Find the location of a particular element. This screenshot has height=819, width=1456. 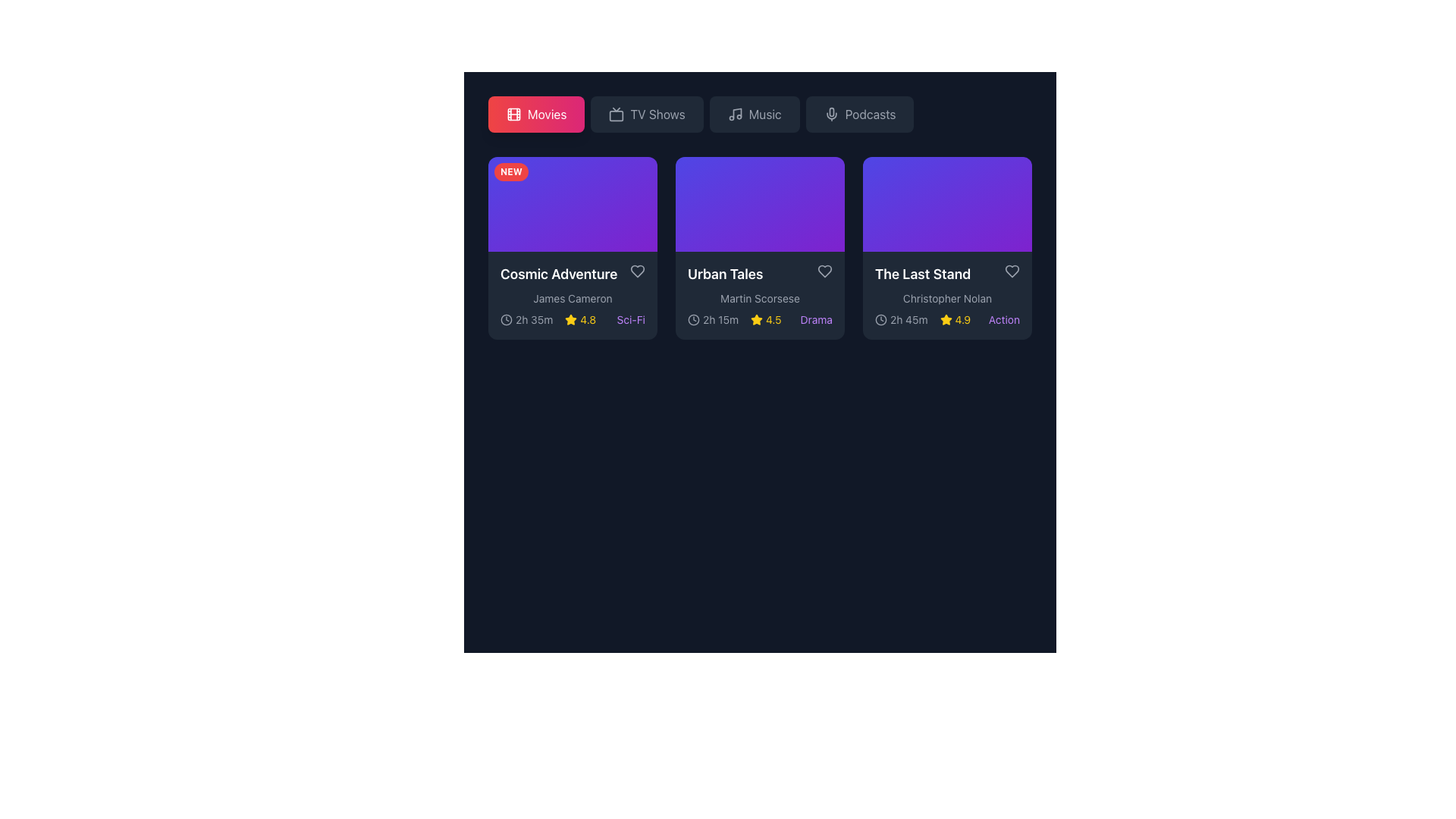

the movie metadata composite element located in the lower section of the 'Cosmic Adventure' card is located at coordinates (572, 319).